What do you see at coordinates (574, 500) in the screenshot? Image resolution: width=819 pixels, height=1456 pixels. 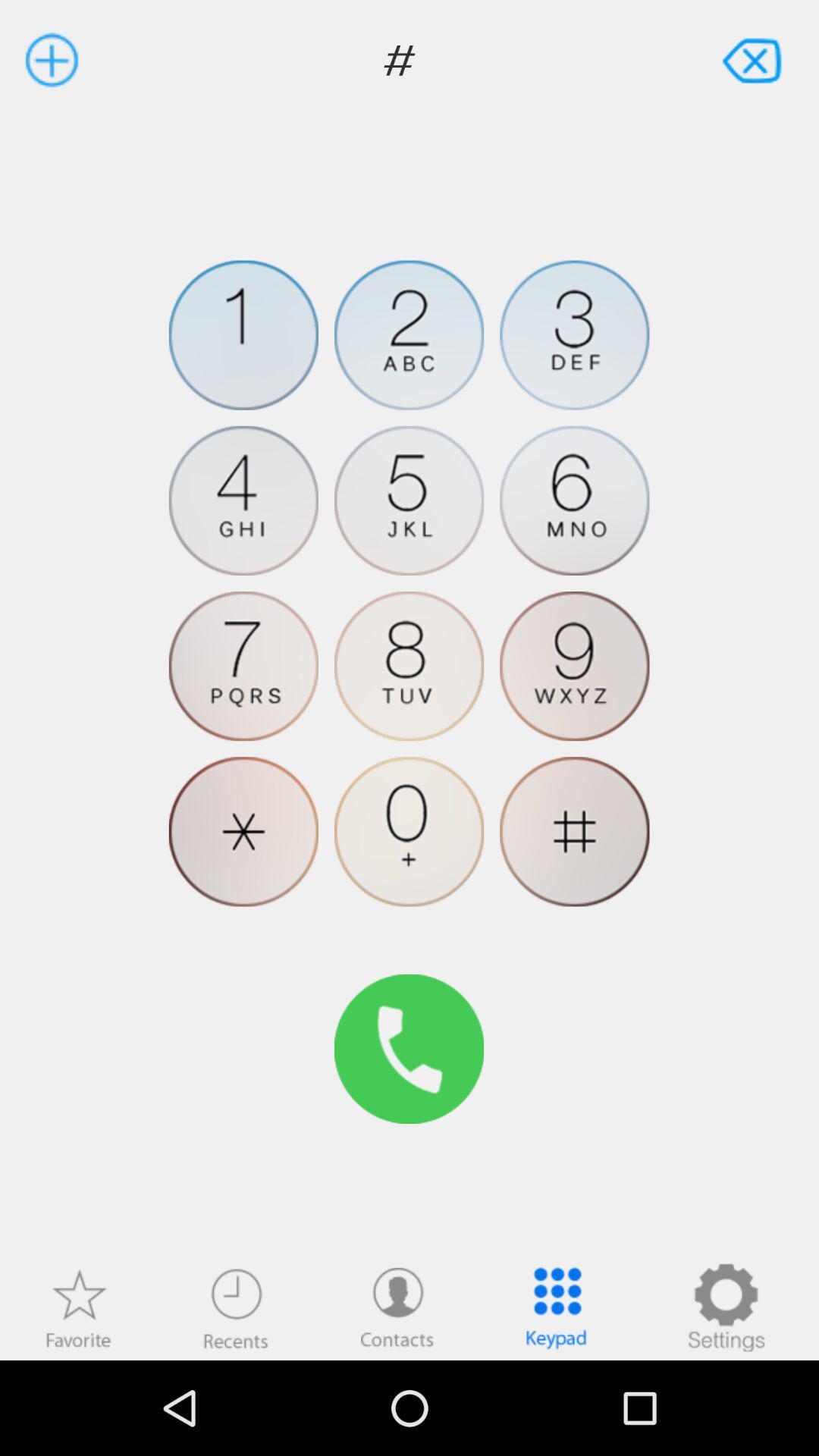 I see `press number 6` at bounding box center [574, 500].